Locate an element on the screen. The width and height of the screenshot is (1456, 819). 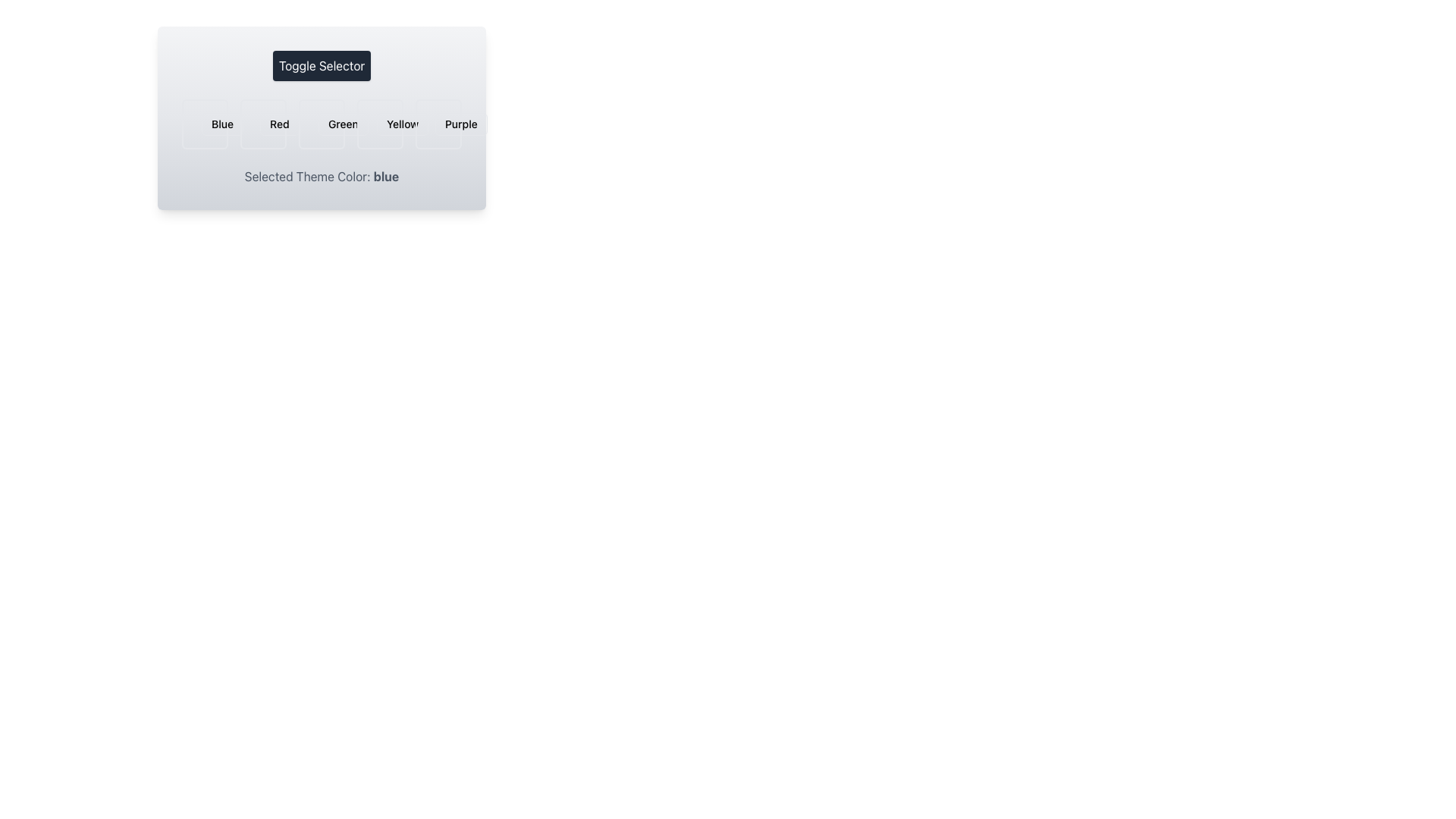
the droplet-shaped icon within the 'Yellow' toggle in the Toggle Selector UI component is located at coordinates (379, 124).